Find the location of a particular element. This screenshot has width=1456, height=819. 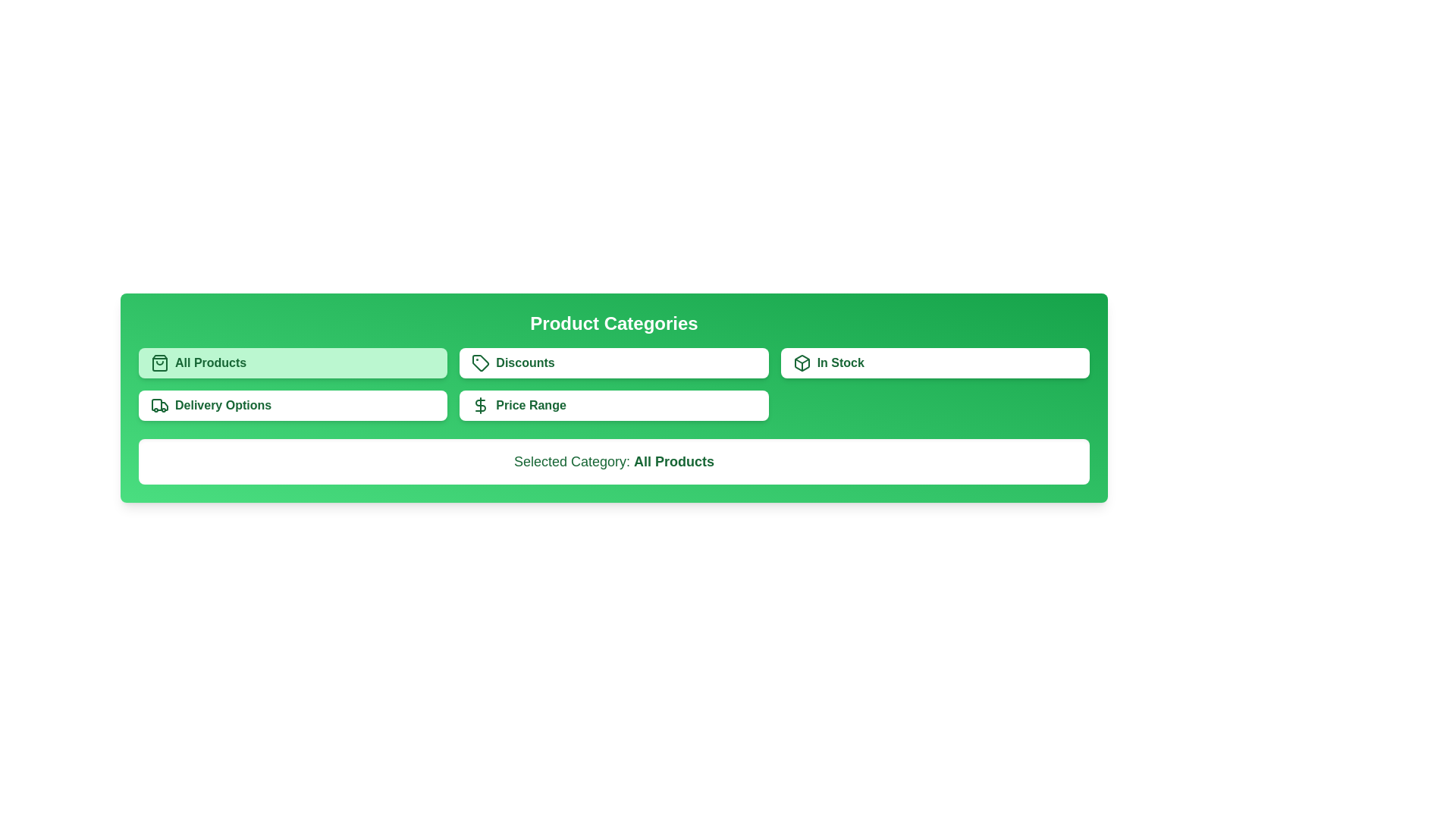

the discount filtering button located centrally in the 'Product Categories' section is located at coordinates (614, 362).